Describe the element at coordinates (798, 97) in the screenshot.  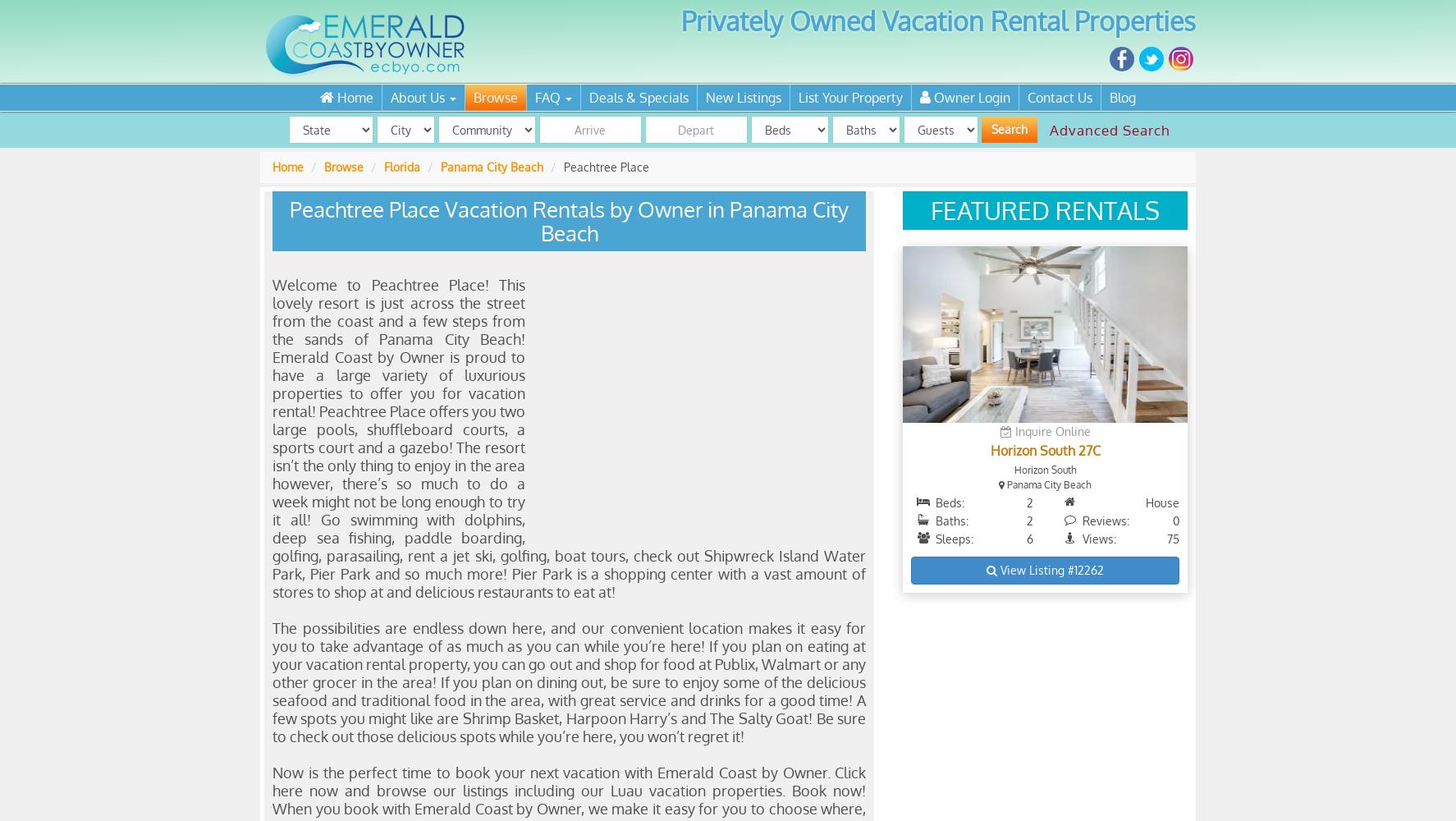
I see `'List Your Property'` at that location.